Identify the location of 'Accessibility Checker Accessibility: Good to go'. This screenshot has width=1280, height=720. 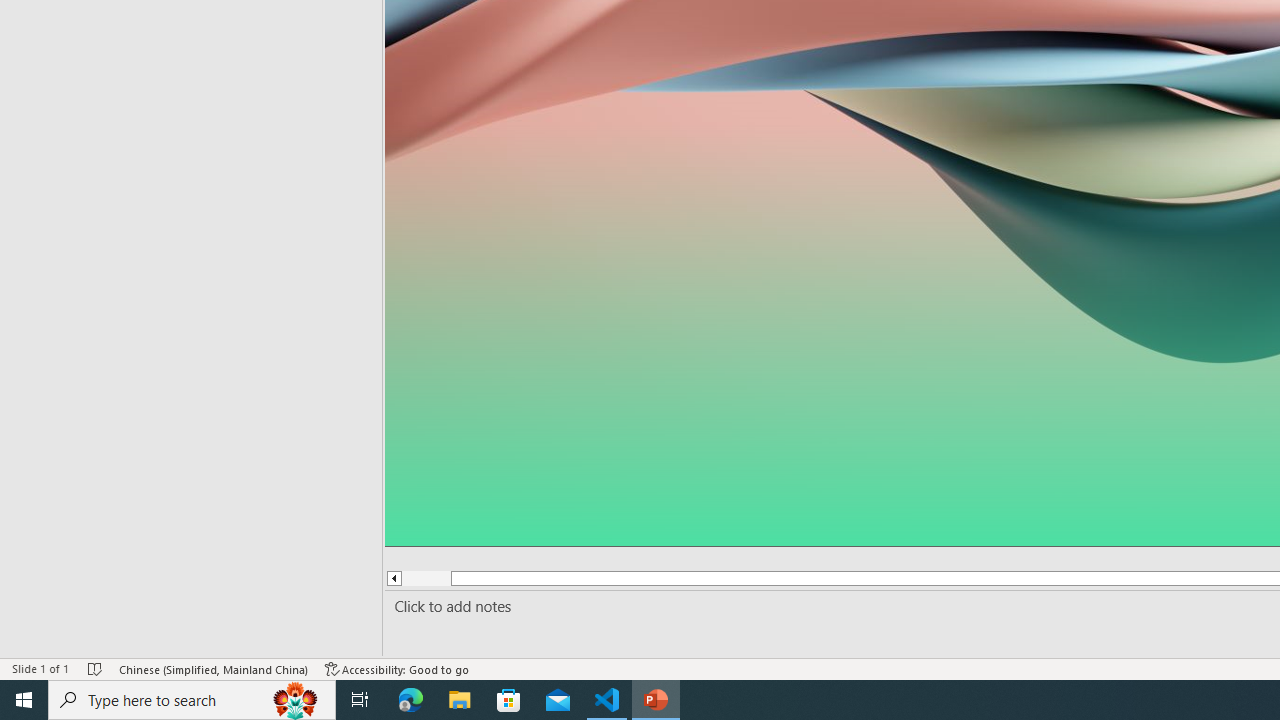
(397, 669).